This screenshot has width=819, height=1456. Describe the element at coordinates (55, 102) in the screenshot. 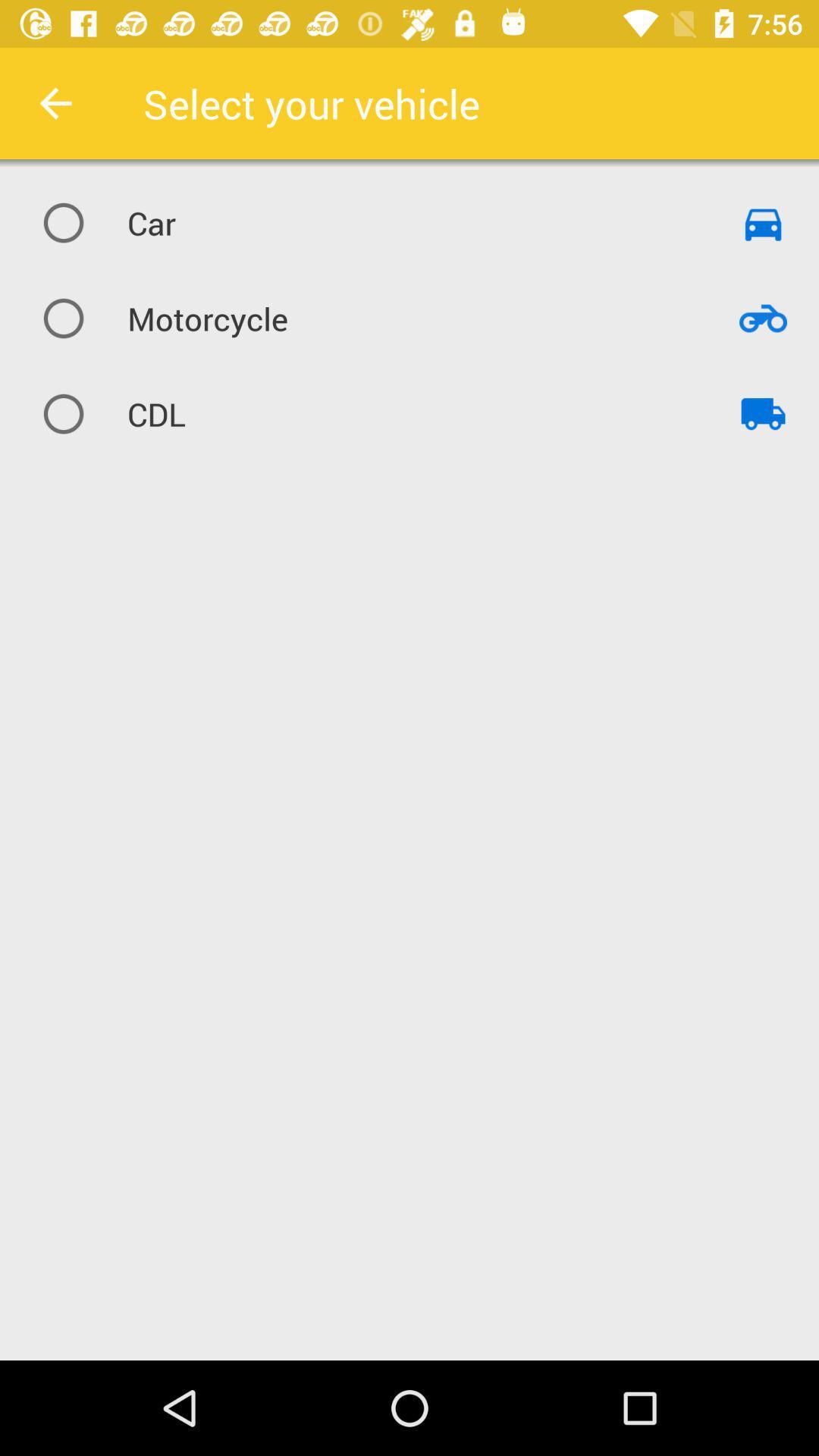

I see `item next to the select your vehicle icon` at that location.